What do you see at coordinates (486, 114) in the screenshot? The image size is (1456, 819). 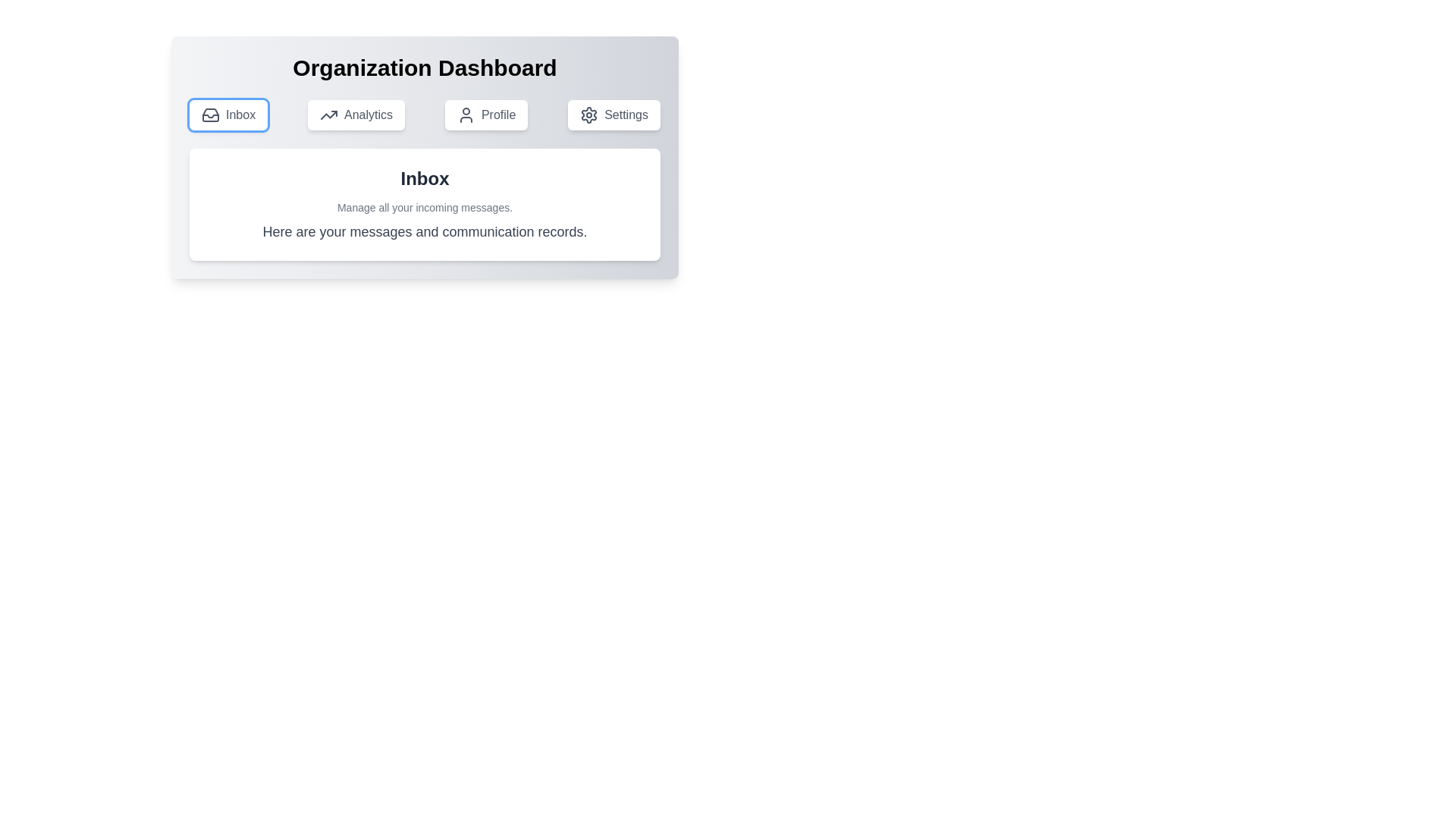 I see `the third navigation button located below the 'Organization Dashboard' heading` at bounding box center [486, 114].